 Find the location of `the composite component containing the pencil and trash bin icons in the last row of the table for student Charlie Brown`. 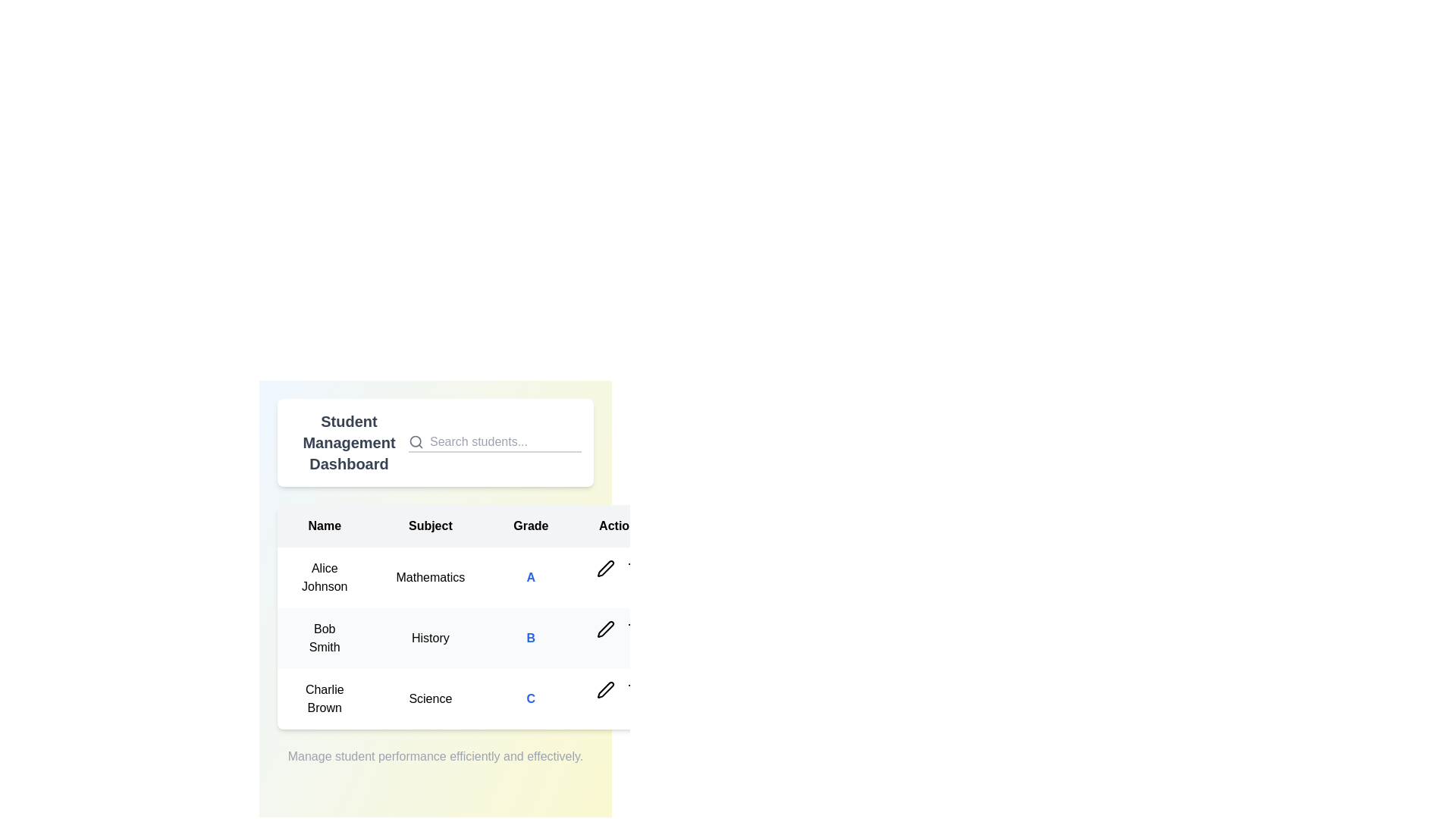

the composite component containing the pencil and trash bin icons in the last row of the table for student Charlie Brown is located at coordinates (621, 690).